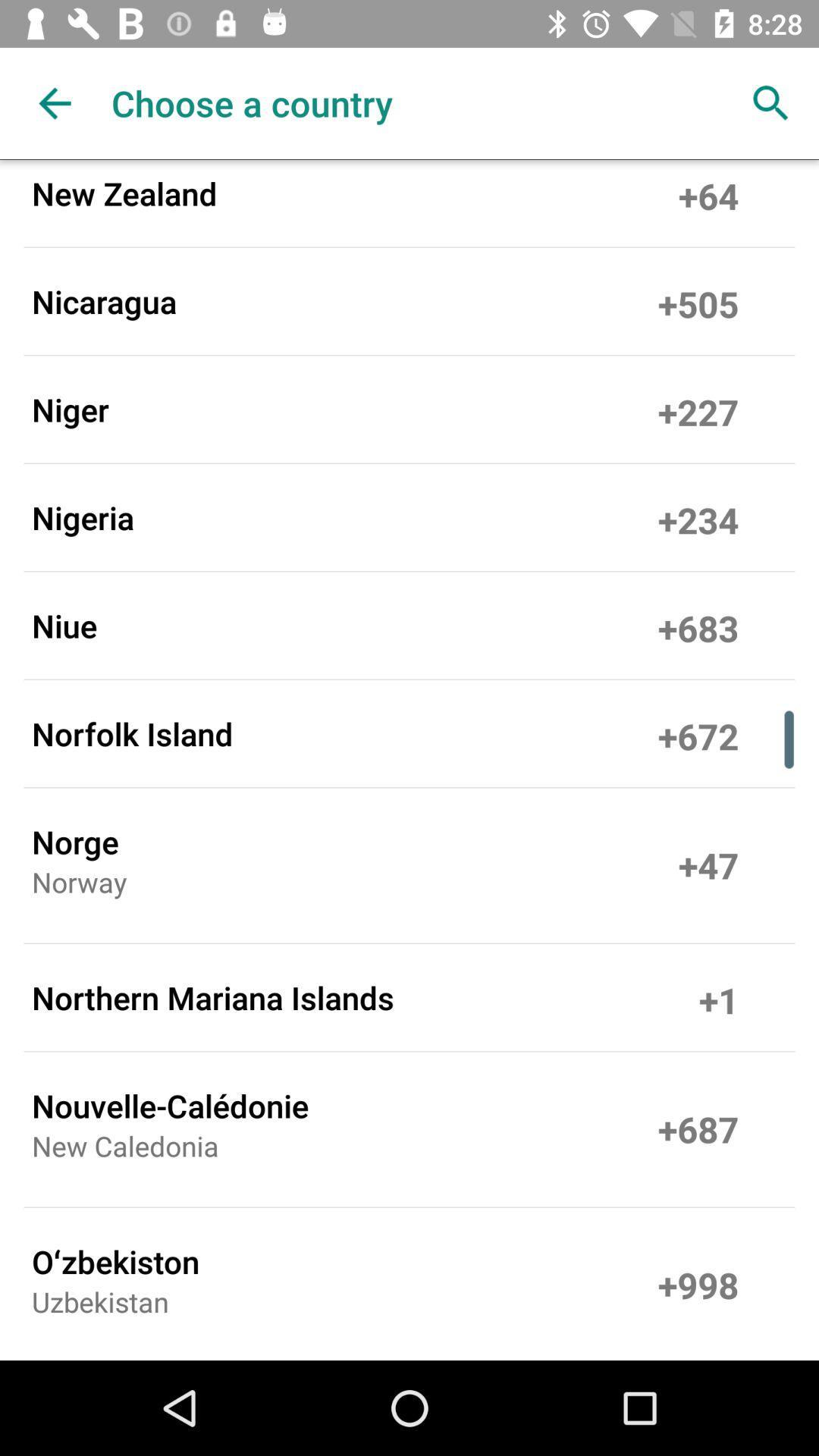 This screenshot has width=819, height=1456. I want to click on the item below the norfolk island, so click(75, 840).